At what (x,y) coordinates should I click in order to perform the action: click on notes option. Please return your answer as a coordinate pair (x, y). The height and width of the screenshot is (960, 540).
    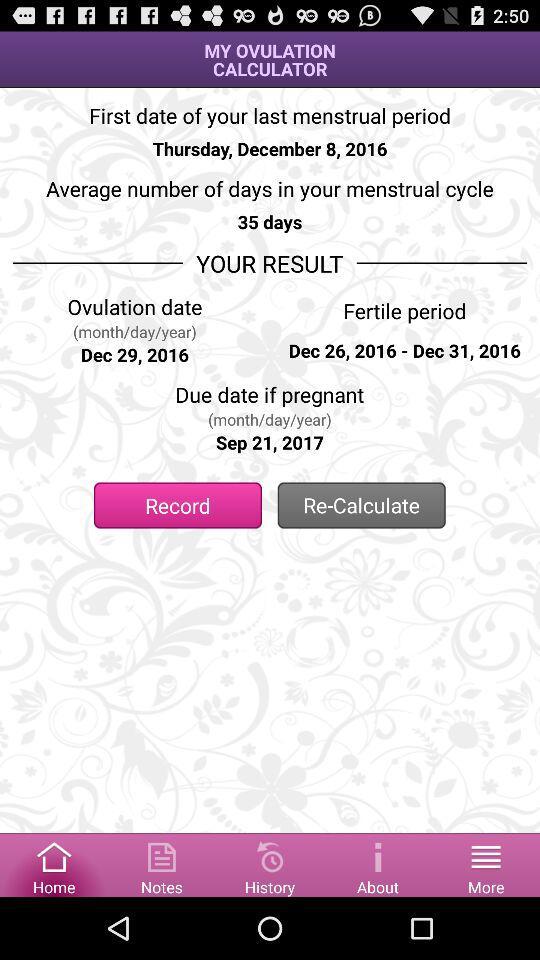
    Looking at the image, I should click on (161, 863).